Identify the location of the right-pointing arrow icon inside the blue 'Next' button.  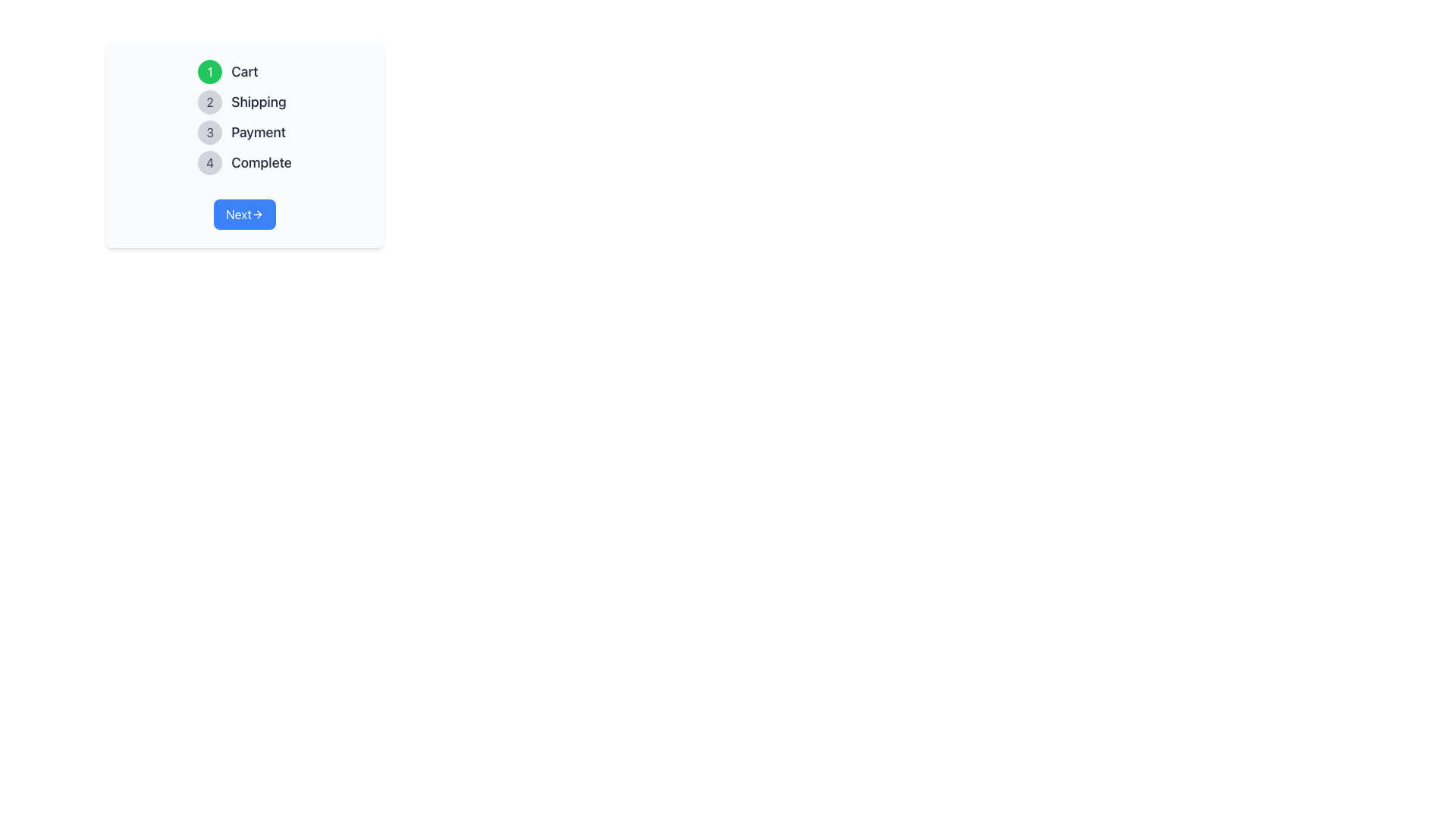
(257, 214).